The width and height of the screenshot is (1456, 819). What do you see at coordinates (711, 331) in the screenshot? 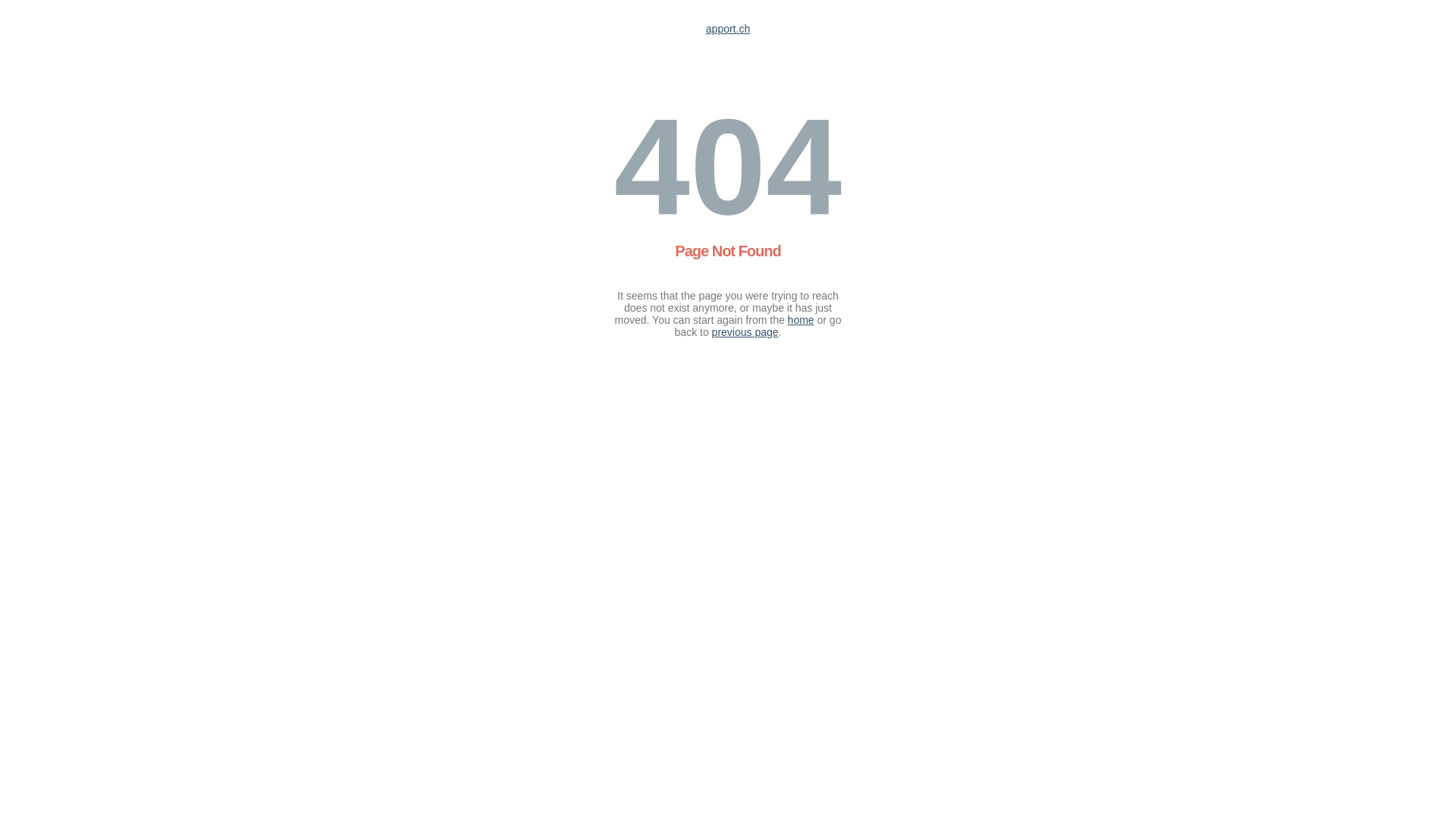
I see `'previous page'` at bounding box center [711, 331].